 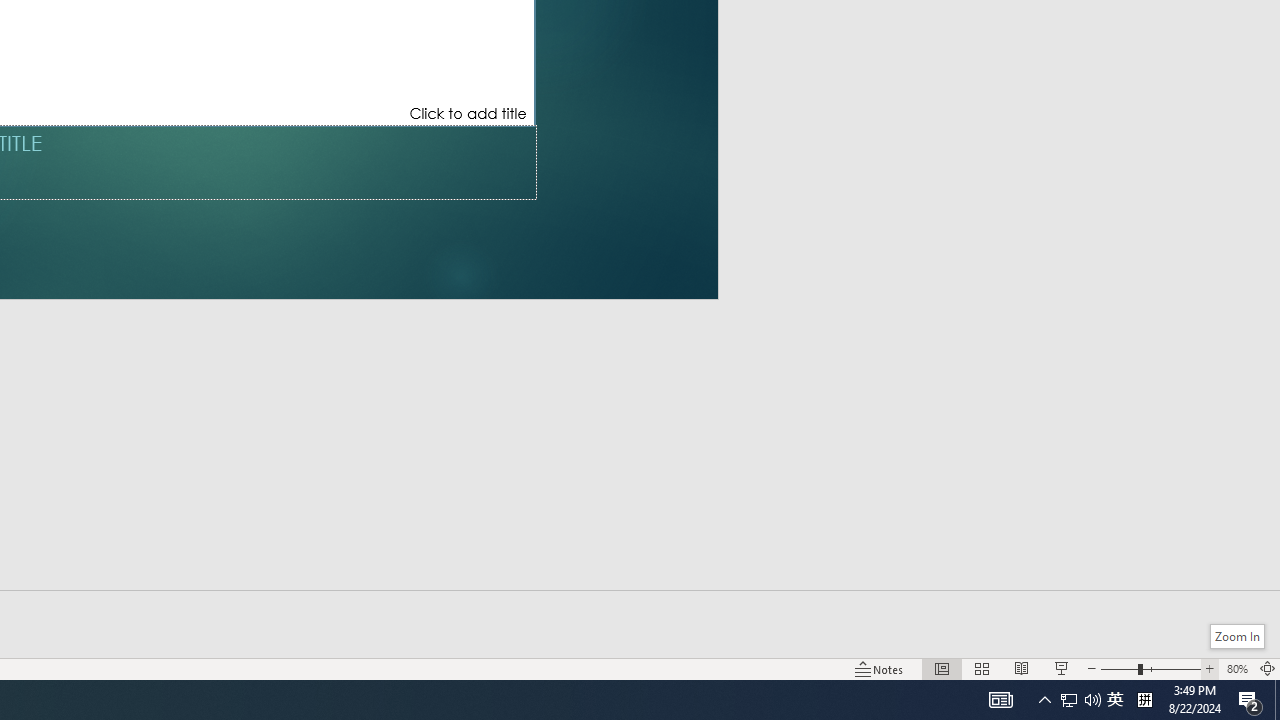 I want to click on 'Zoom 80%', so click(x=1236, y=669).